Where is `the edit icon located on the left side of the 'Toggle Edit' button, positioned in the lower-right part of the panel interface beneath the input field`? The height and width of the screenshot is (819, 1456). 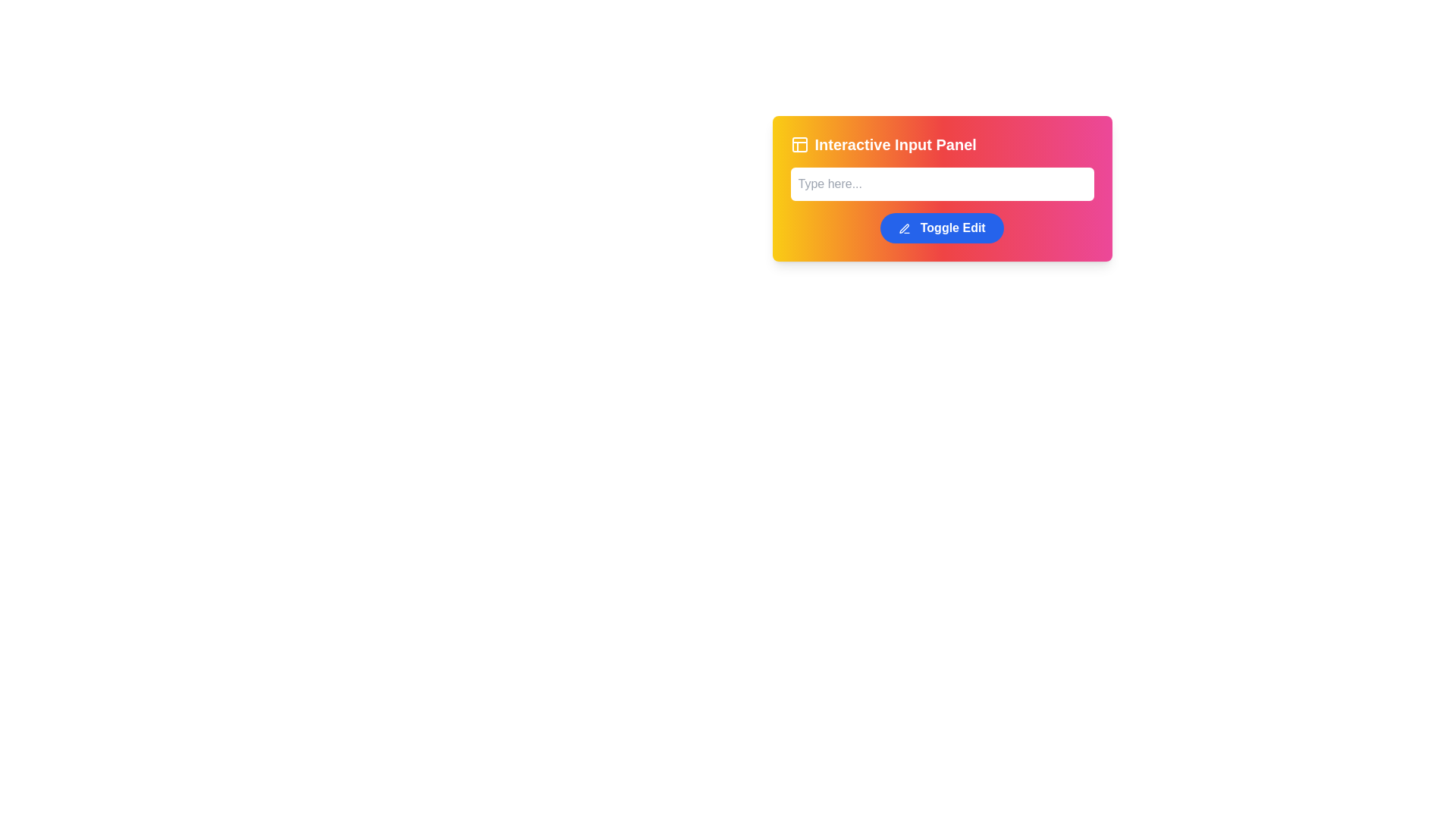 the edit icon located on the left side of the 'Toggle Edit' button, positioned in the lower-right part of the panel interface beneath the input field is located at coordinates (905, 228).